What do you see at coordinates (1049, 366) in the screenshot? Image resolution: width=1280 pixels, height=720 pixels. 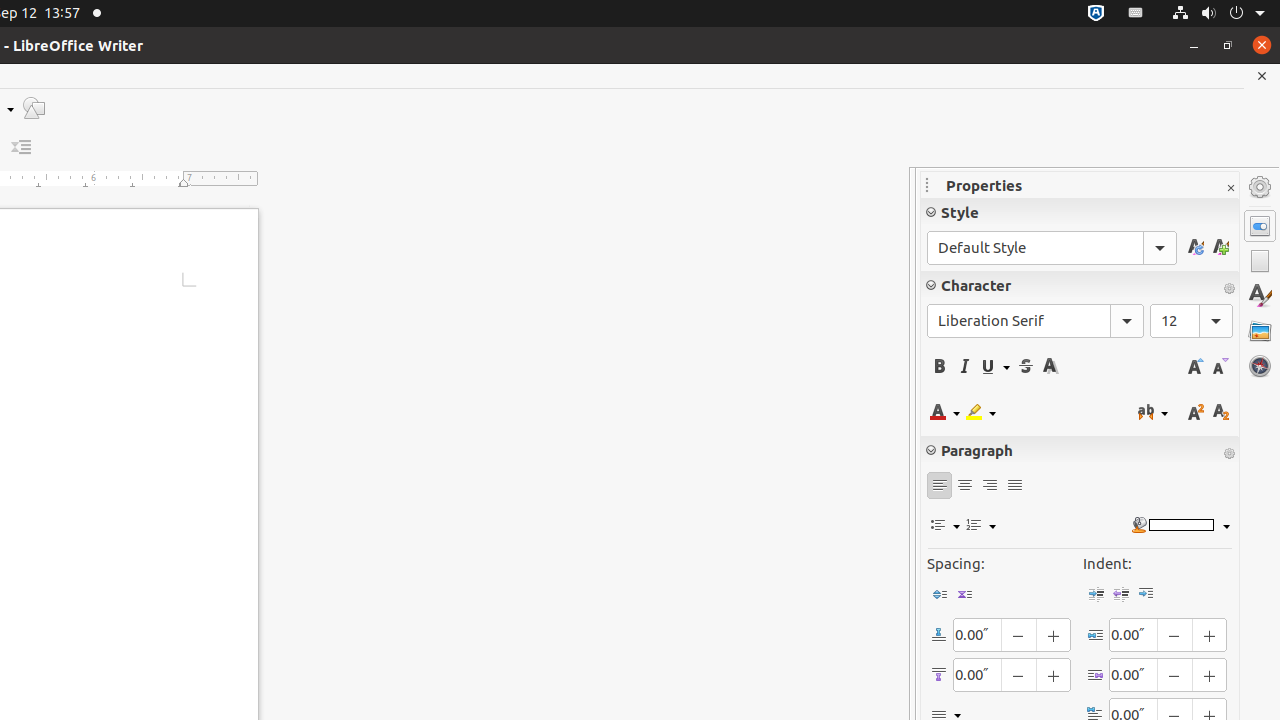 I see `'Shadow'` at bounding box center [1049, 366].